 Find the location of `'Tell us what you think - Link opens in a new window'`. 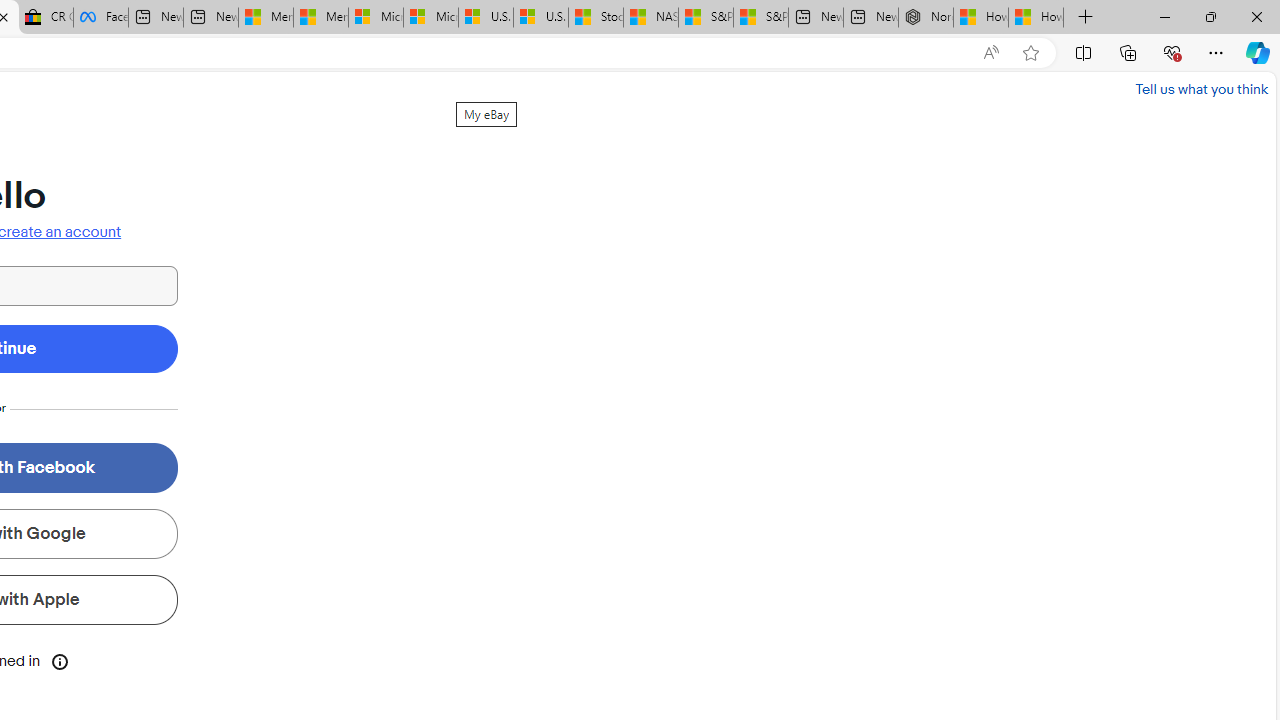

'Tell us what you think - Link opens in a new window' is located at coordinates (1200, 88).